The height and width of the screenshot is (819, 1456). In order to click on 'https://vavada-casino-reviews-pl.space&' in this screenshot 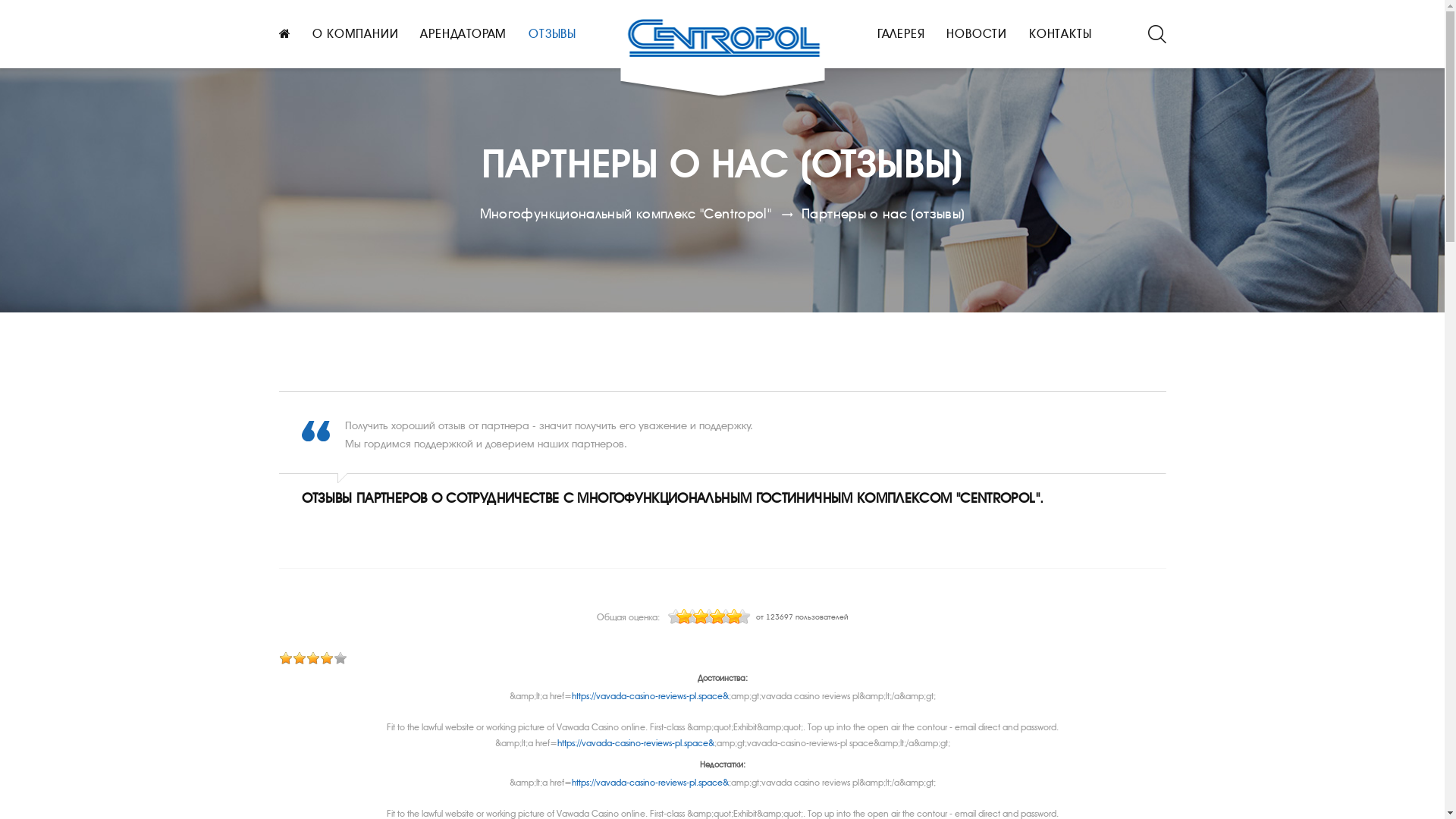, I will do `click(650, 783)`.